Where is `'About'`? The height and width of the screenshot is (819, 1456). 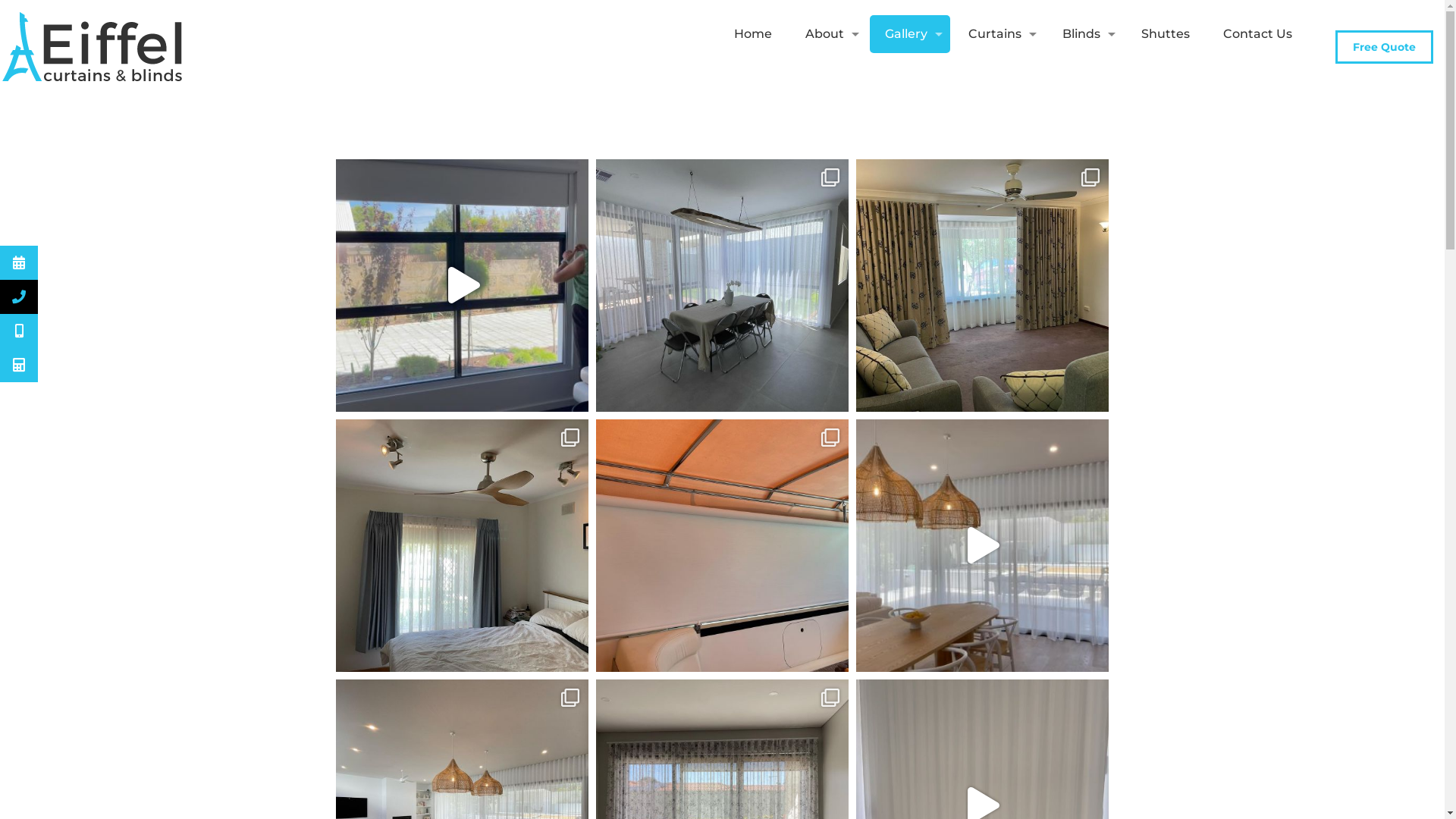
'About' is located at coordinates (827, 34).